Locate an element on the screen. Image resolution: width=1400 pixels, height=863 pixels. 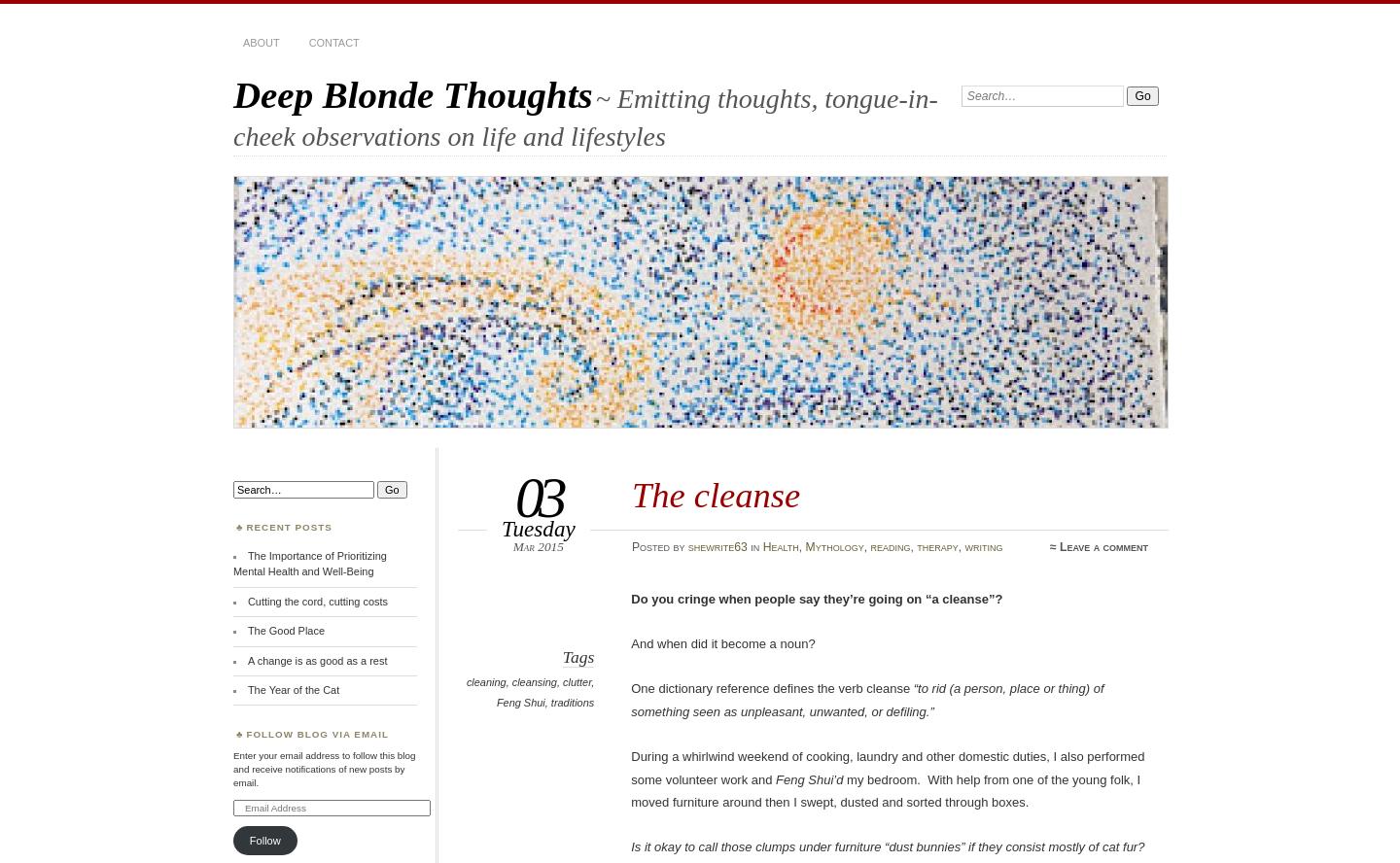
'The cleanse' is located at coordinates (630, 494).